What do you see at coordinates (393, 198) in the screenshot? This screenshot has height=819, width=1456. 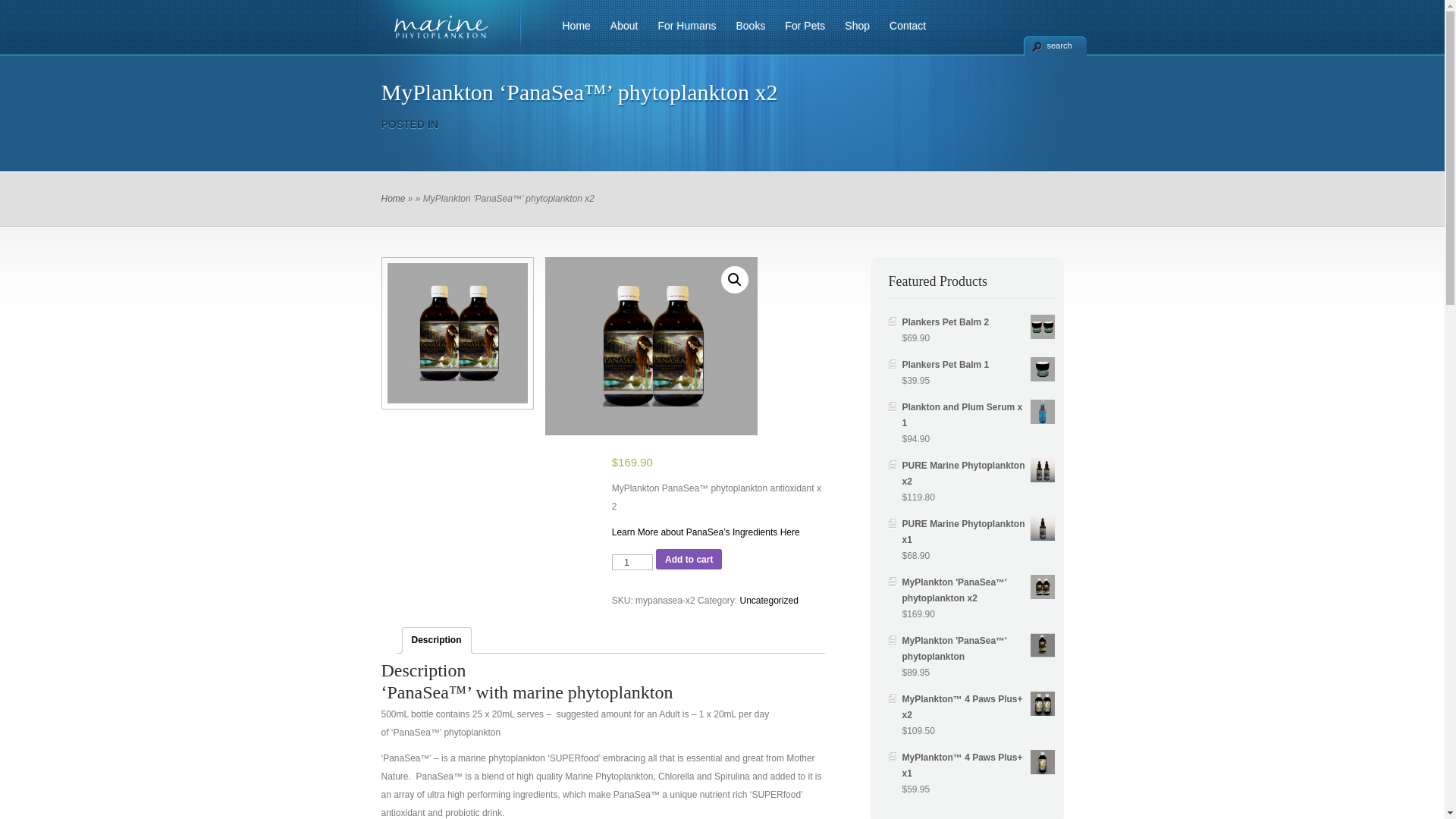 I see `'Home'` at bounding box center [393, 198].